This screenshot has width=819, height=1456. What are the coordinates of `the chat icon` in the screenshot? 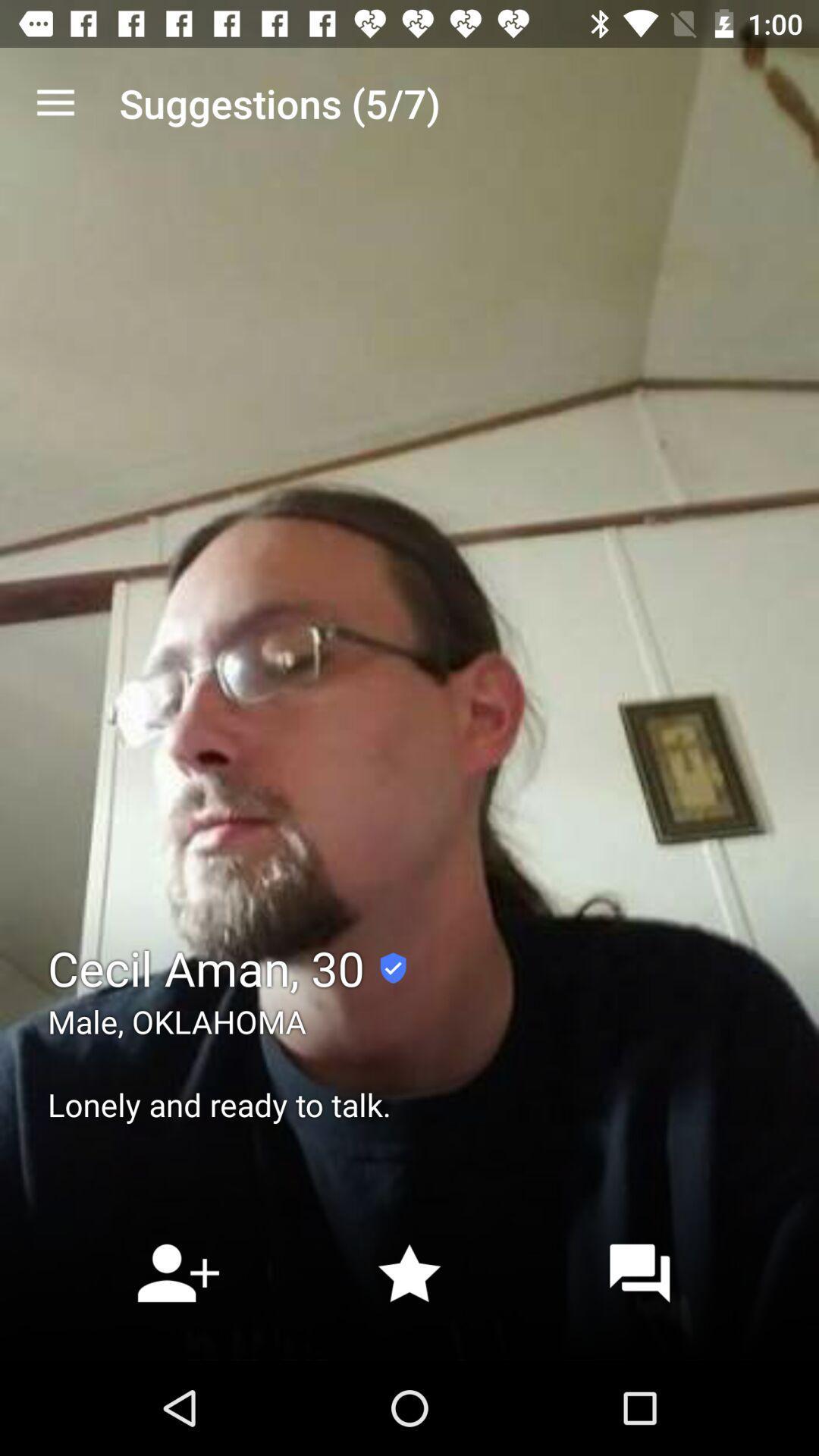 It's located at (639, 1272).